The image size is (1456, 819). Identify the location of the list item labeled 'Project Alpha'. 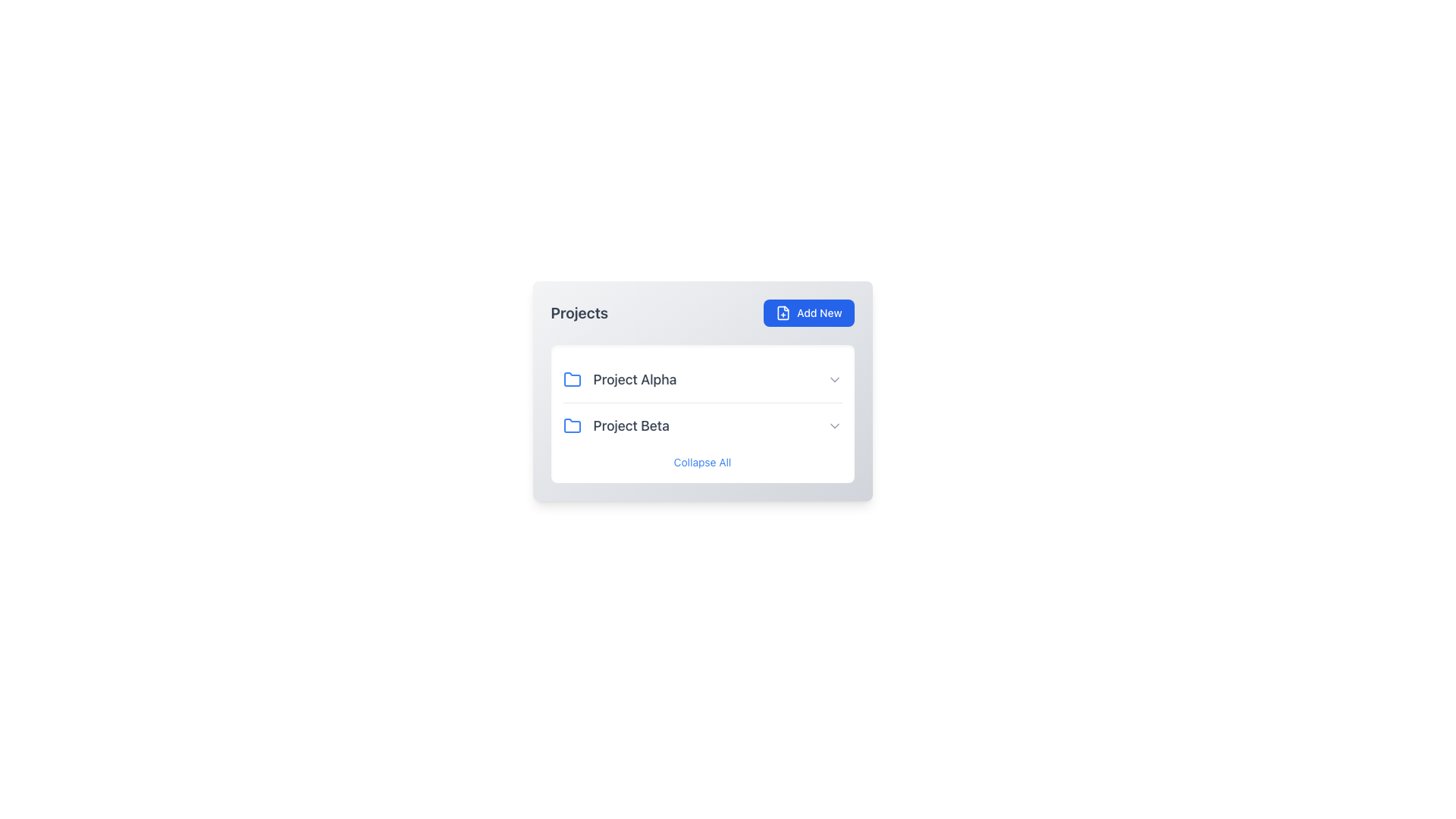
(701, 379).